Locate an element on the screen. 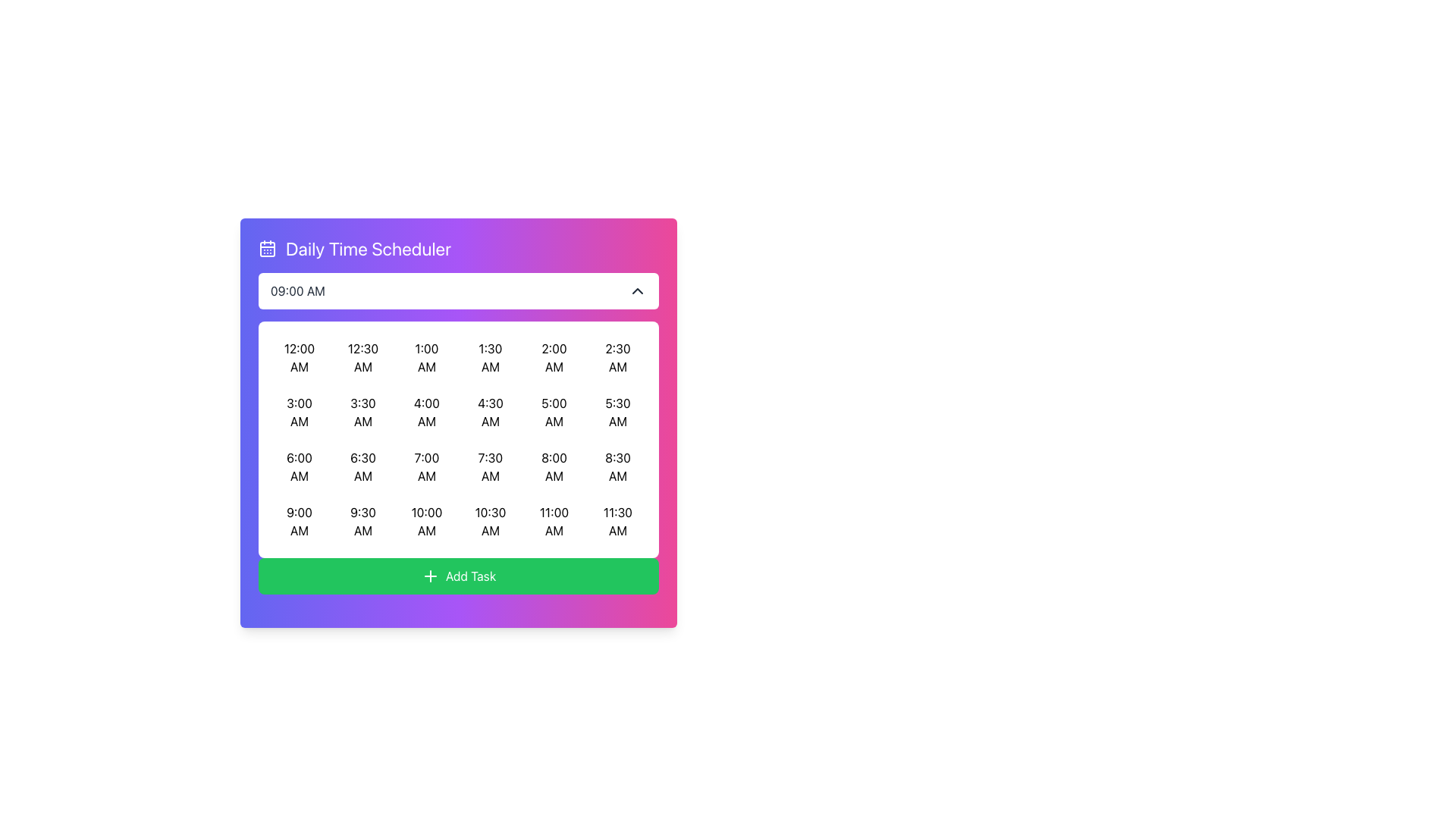  the '7:00 AM' time slot button is located at coordinates (425, 466).